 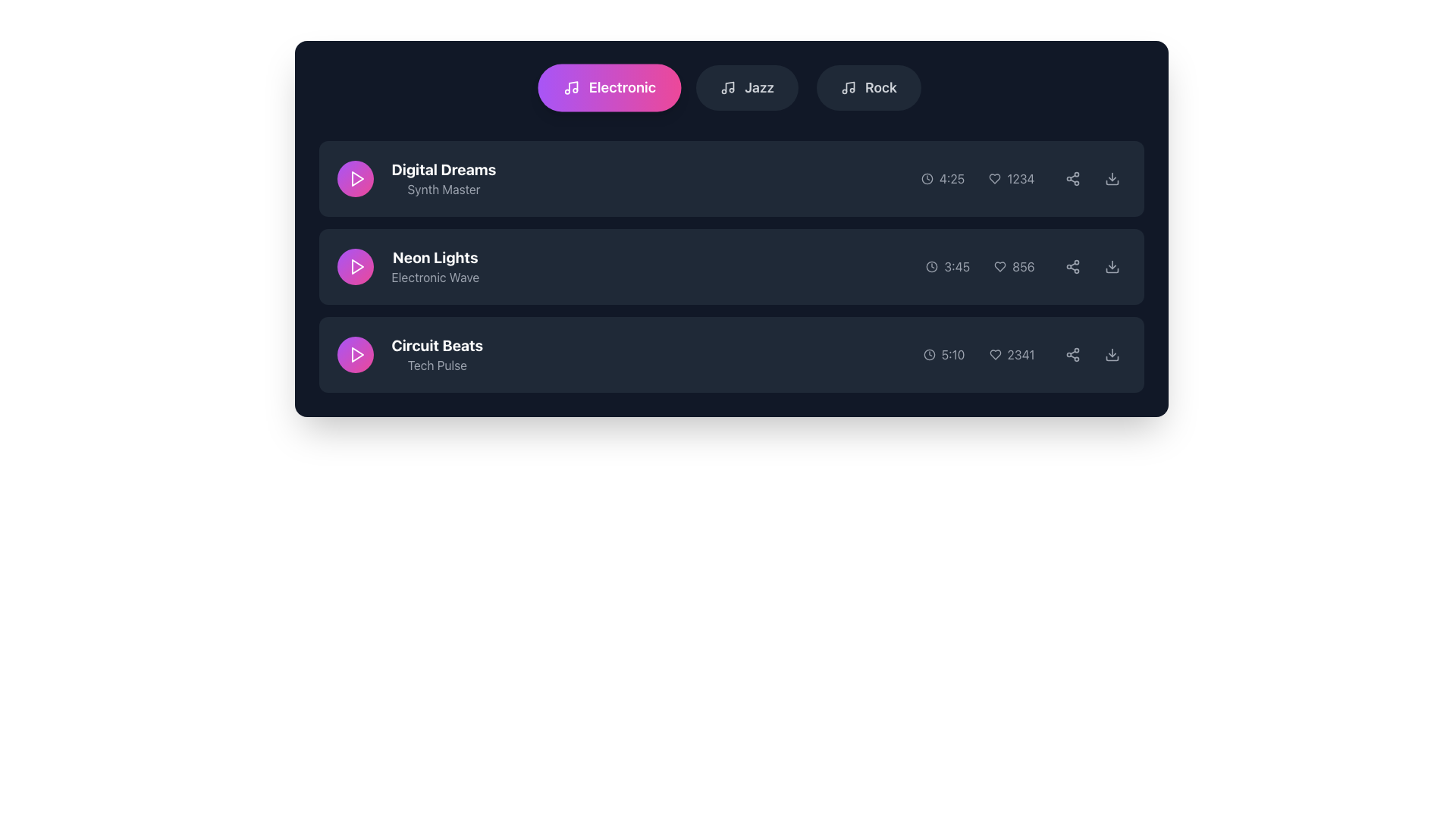 What do you see at coordinates (1112, 177) in the screenshot?
I see `the download button located at the far-right corner of the row containing the track 'Digital Dreams'` at bounding box center [1112, 177].